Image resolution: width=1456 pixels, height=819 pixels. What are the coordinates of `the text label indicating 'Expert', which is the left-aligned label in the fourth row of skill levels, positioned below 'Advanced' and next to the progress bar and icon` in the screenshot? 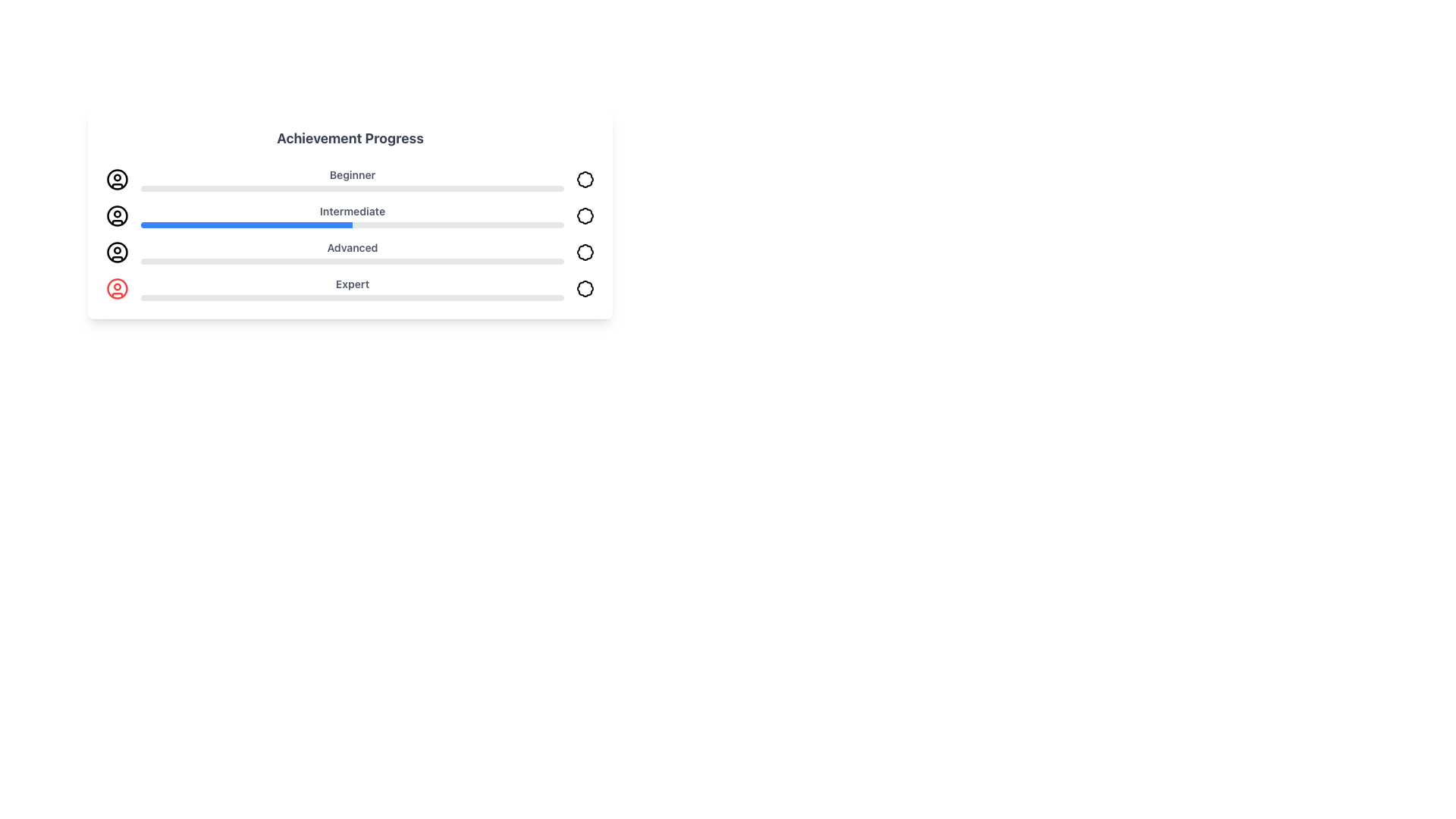 It's located at (352, 284).